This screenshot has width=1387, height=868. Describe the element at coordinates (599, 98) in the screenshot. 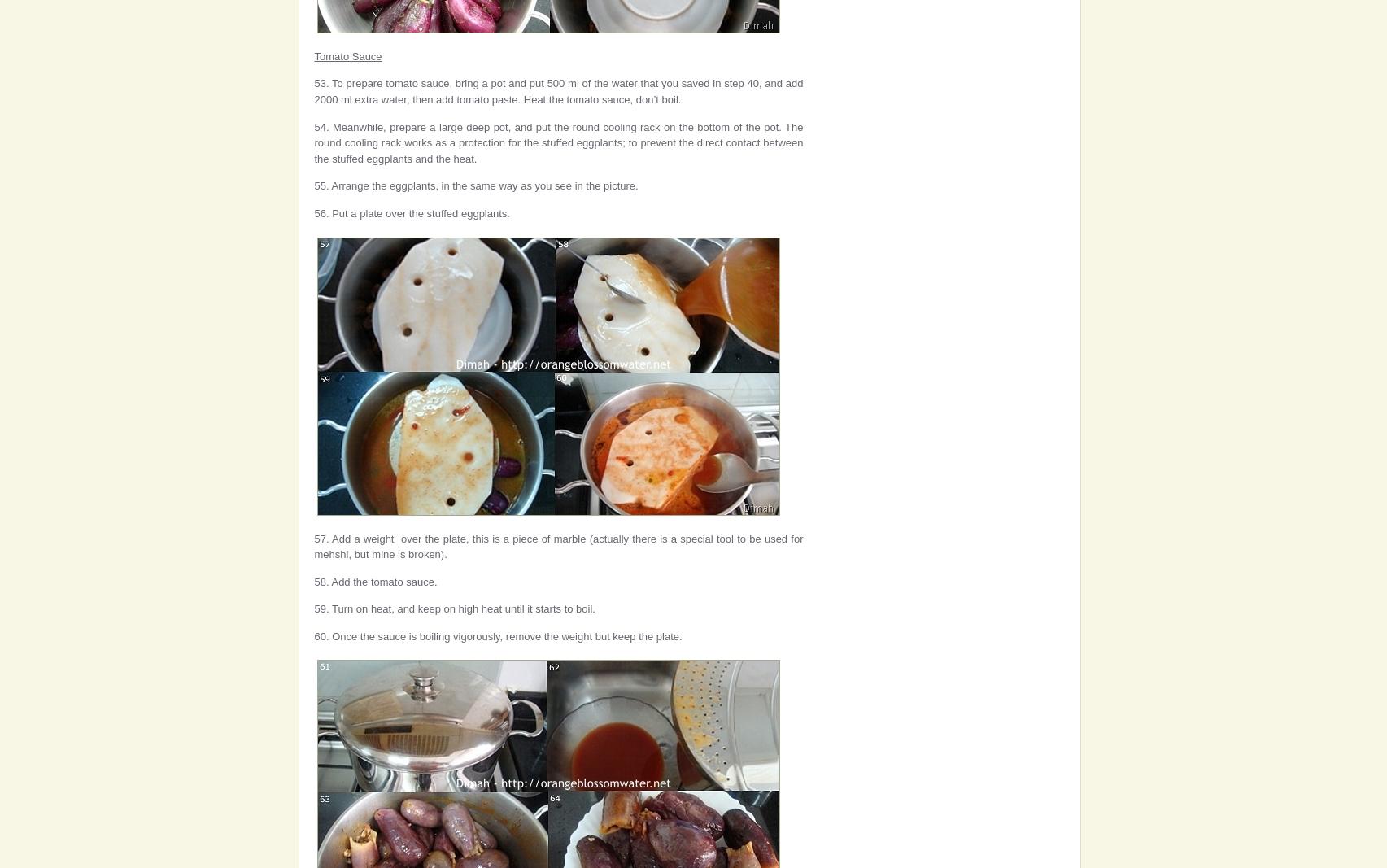

I see `'. Heat the tomato sauce, don’t boil.'` at that location.